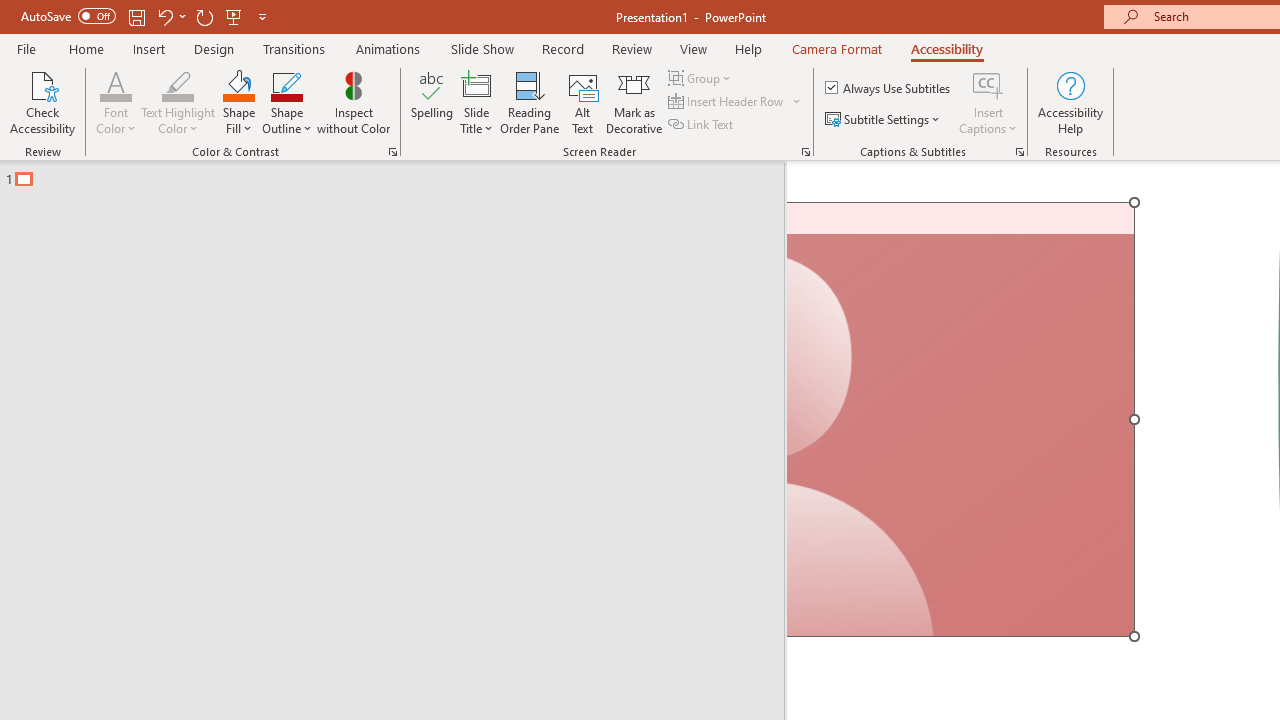 This screenshot has width=1280, height=720. Describe the element at coordinates (805, 150) in the screenshot. I see `'Screen Reader'` at that location.